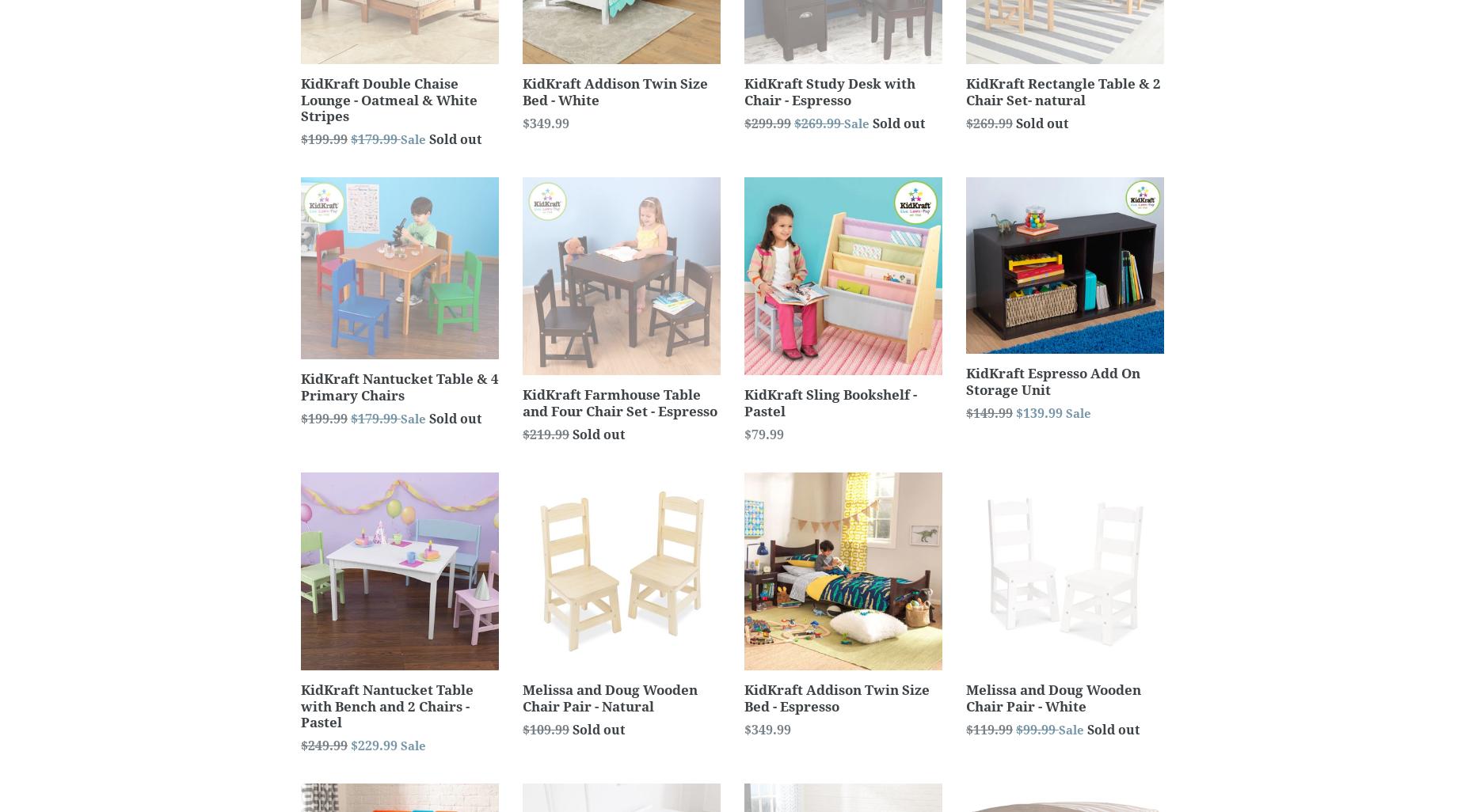  Describe the element at coordinates (523, 401) in the screenshot. I see `'KidKraft Farmhouse Table and Four Chair Set - Espresso'` at that location.